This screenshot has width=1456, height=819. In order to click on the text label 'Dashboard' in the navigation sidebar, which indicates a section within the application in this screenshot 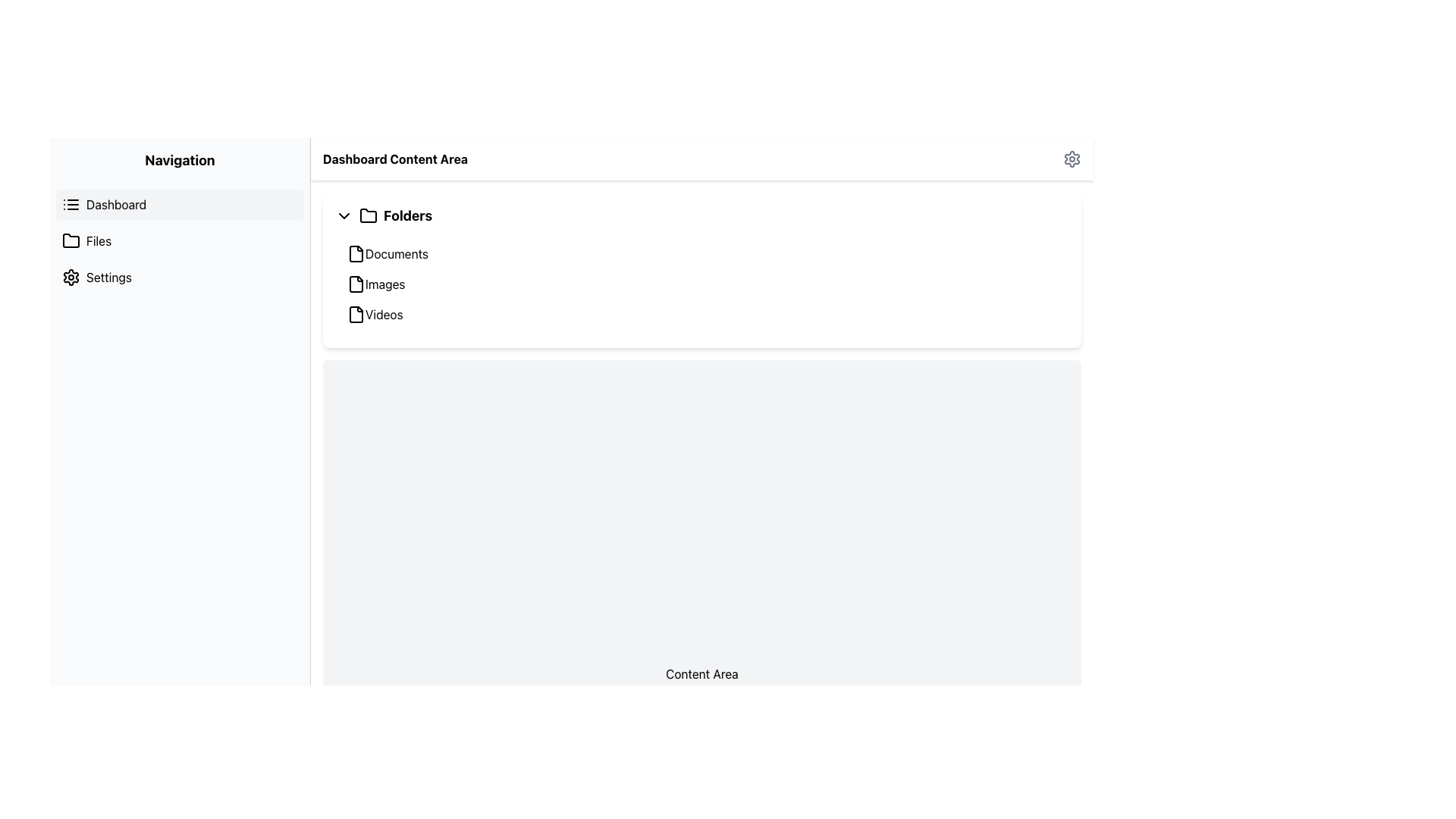, I will do `click(115, 205)`.